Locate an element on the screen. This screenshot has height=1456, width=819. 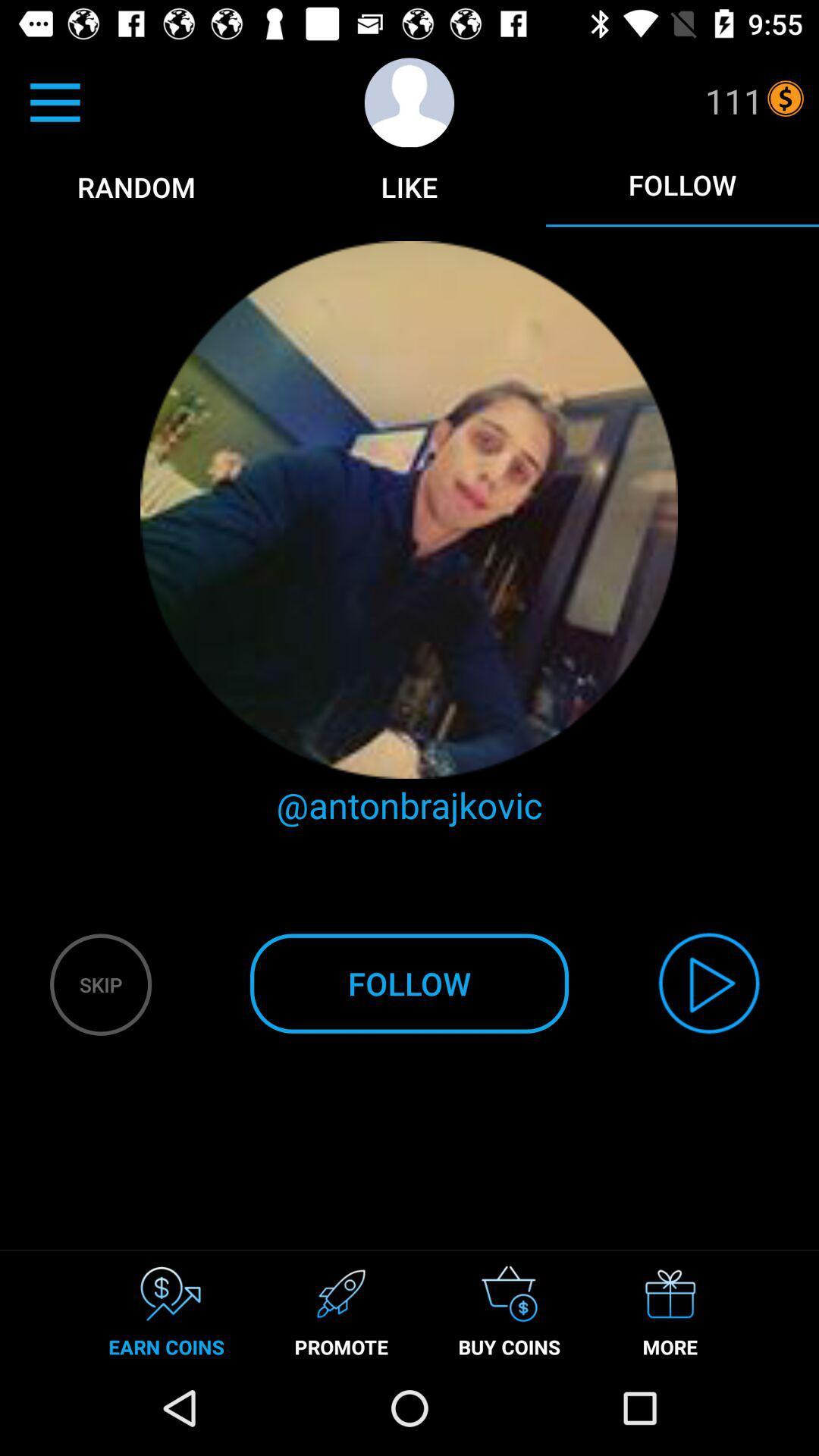
play icon at the bottom is located at coordinates (709, 983).